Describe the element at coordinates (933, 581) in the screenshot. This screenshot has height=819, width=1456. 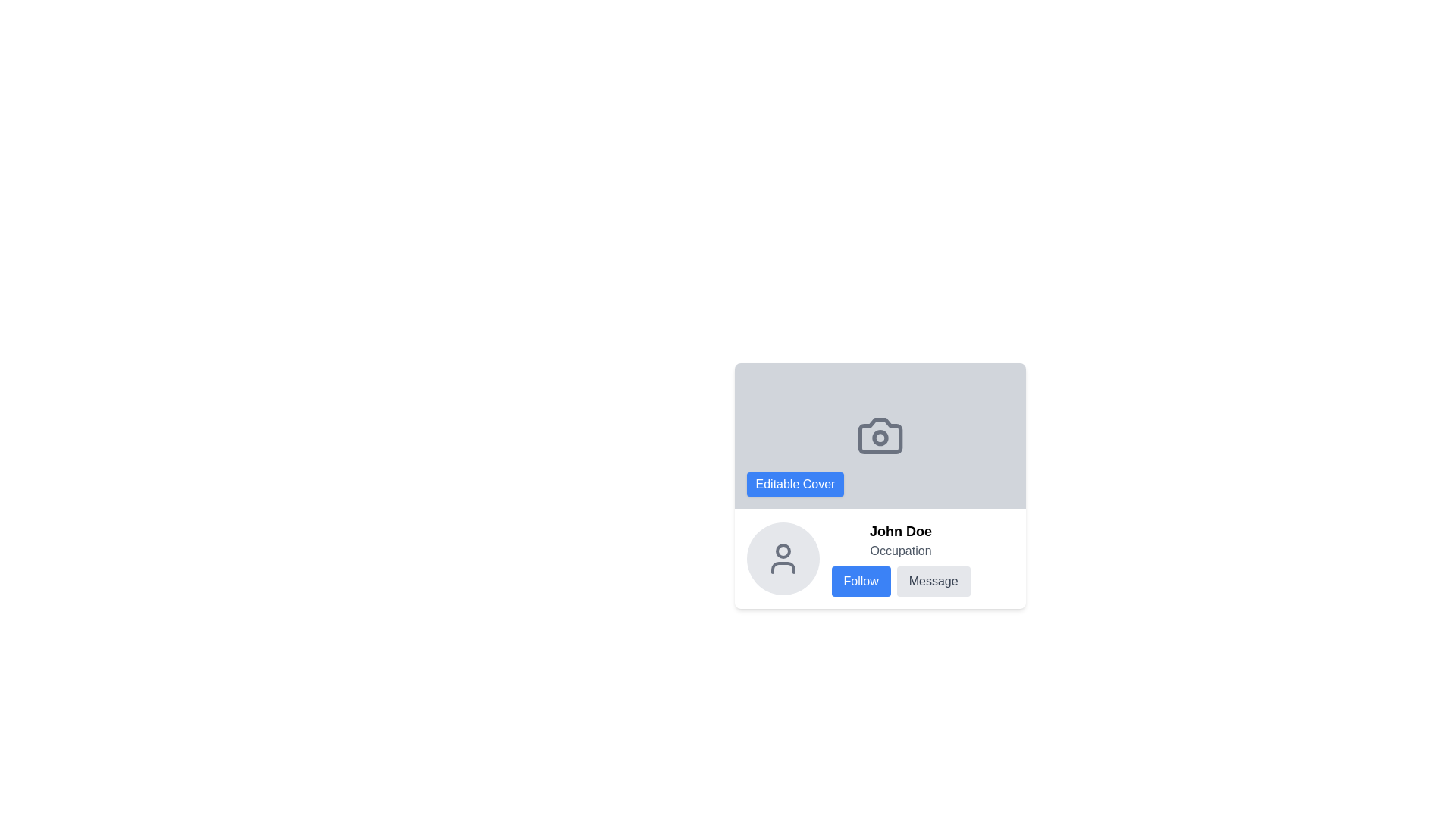
I see `the second button in the horizontal group, which is located to the right of the 'Follow' button, to change its background color` at that location.